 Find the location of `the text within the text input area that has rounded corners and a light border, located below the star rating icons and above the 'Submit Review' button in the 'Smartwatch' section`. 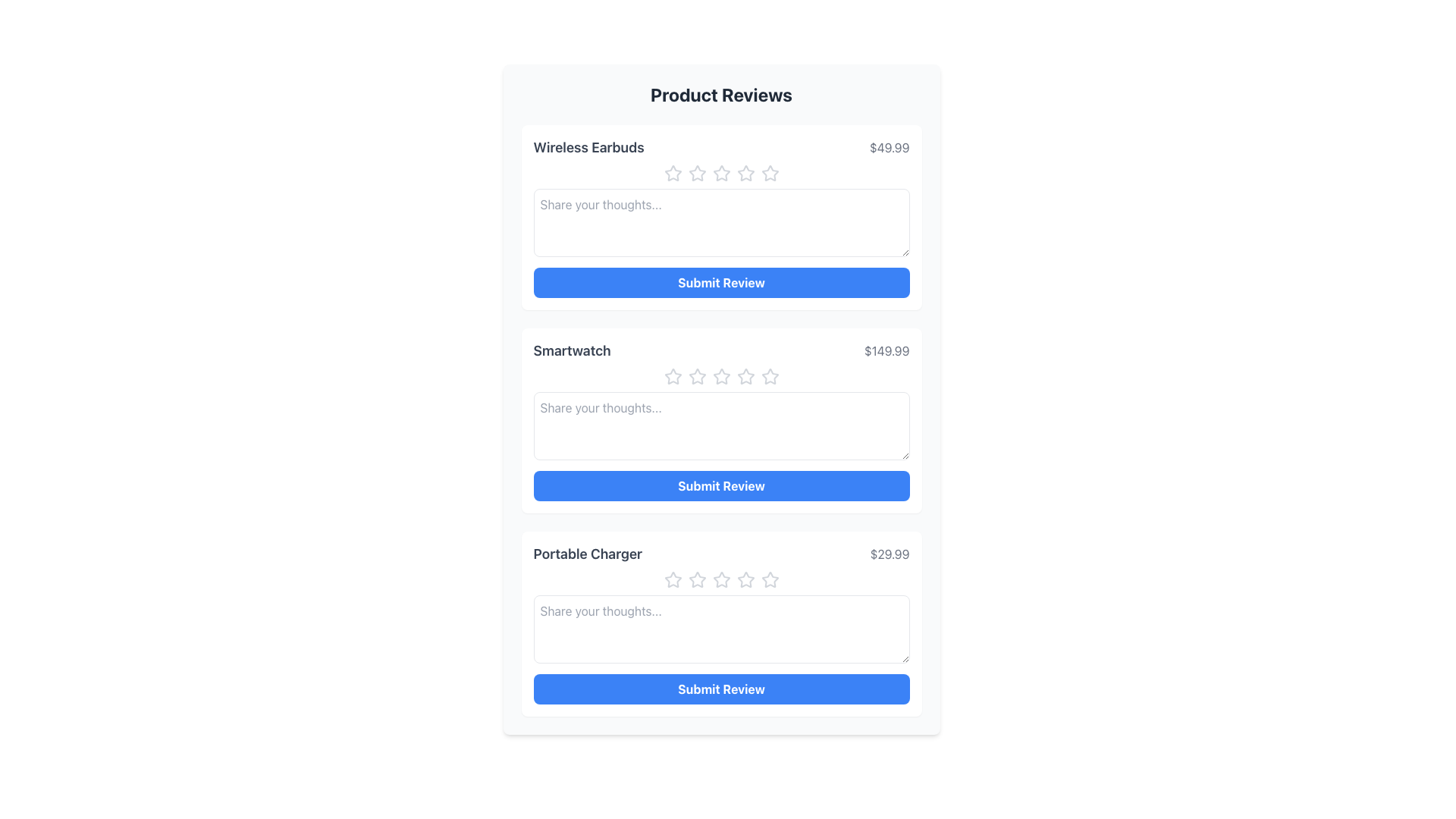

the text within the text input area that has rounded corners and a light border, located below the star rating icons and above the 'Submit Review' button in the 'Smartwatch' section is located at coordinates (720, 426).